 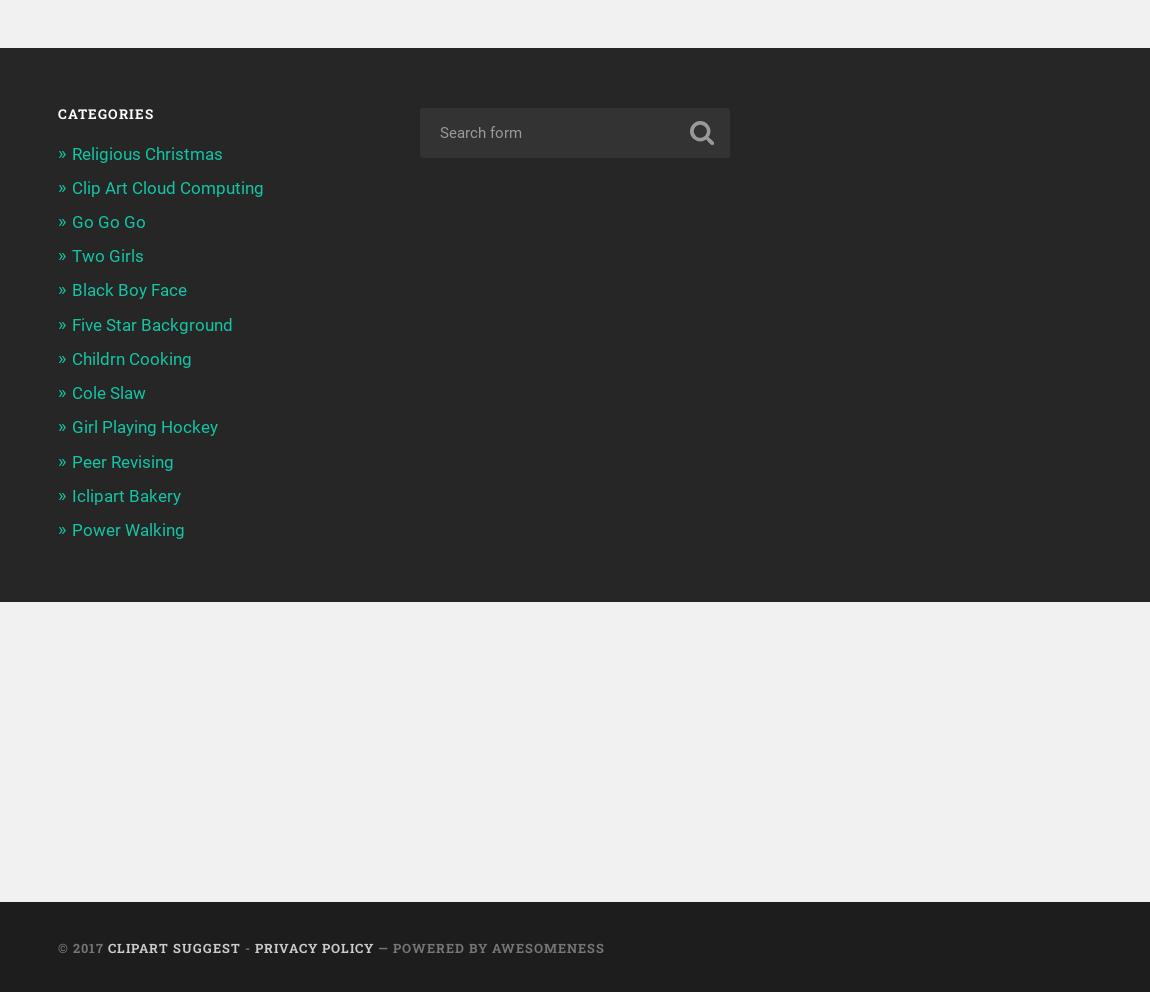 What do you see at coordinates (372, 946) in the screenshot?
I see `'— Powered by Awesomeness'` at bounding box center [372, 946].